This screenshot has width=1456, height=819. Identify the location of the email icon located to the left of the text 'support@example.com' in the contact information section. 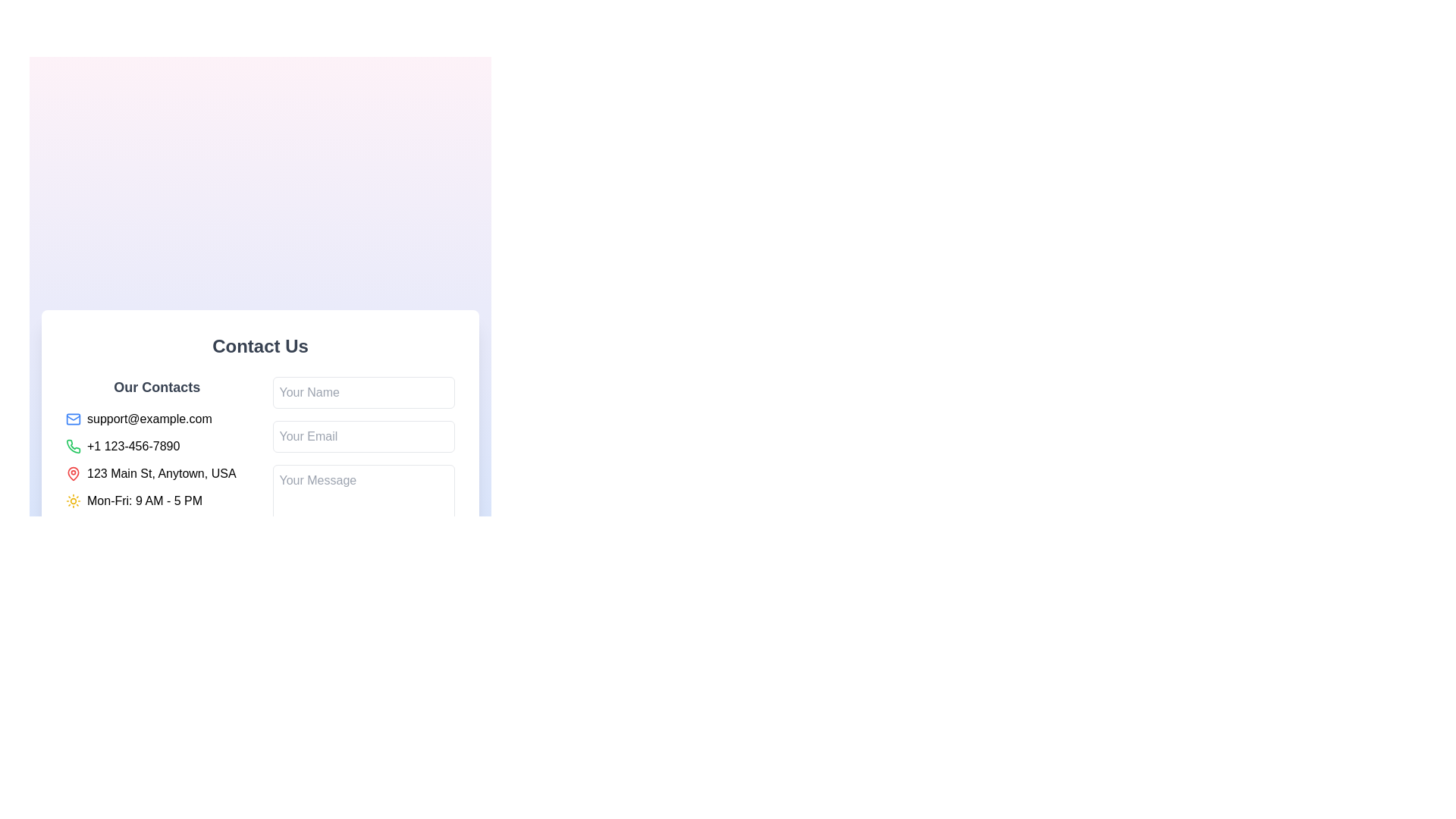
(72, 419).